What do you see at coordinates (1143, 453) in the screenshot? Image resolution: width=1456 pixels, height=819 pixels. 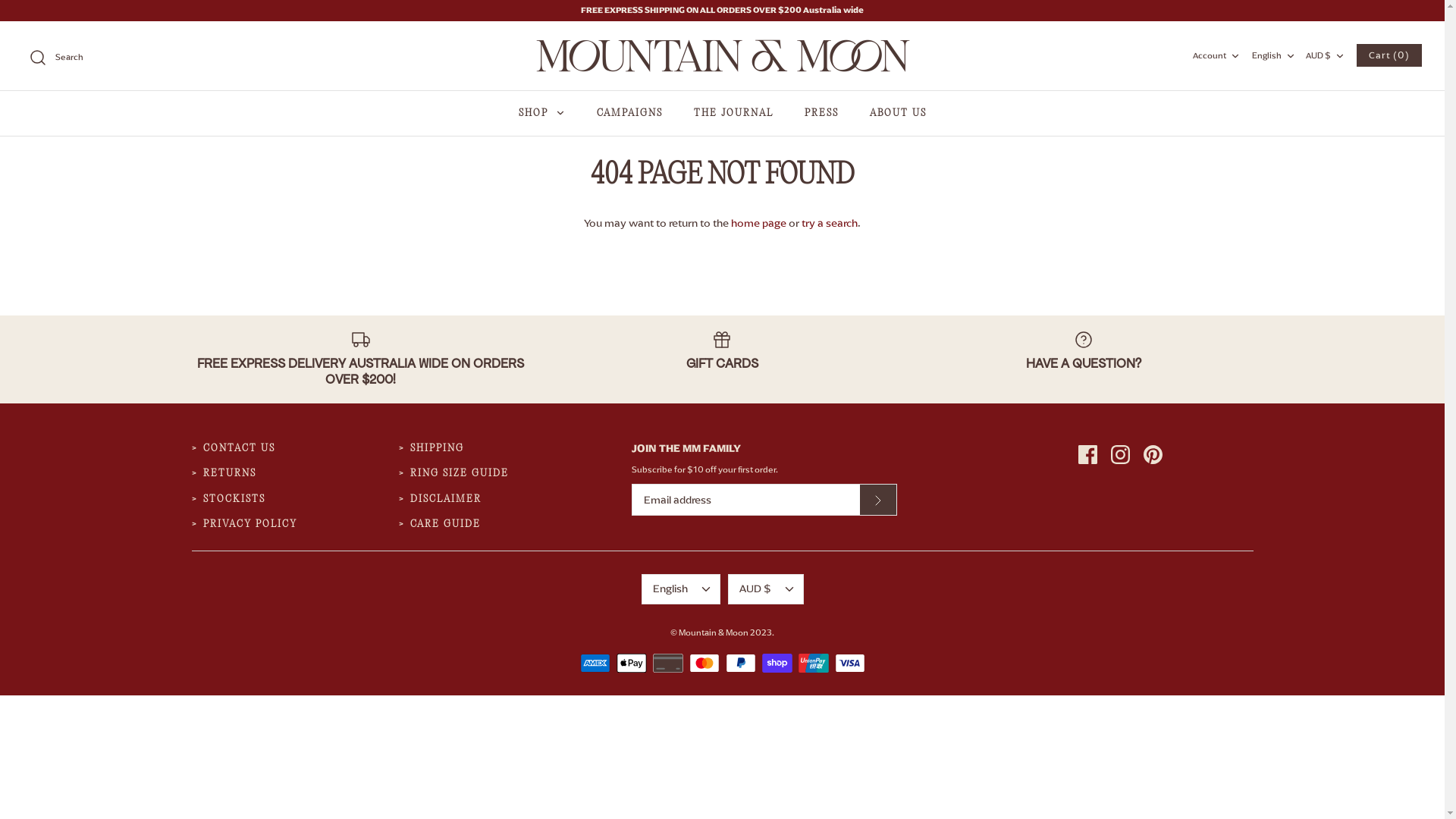 I see `'Pinterest'` at bounding box center [1143, 453].